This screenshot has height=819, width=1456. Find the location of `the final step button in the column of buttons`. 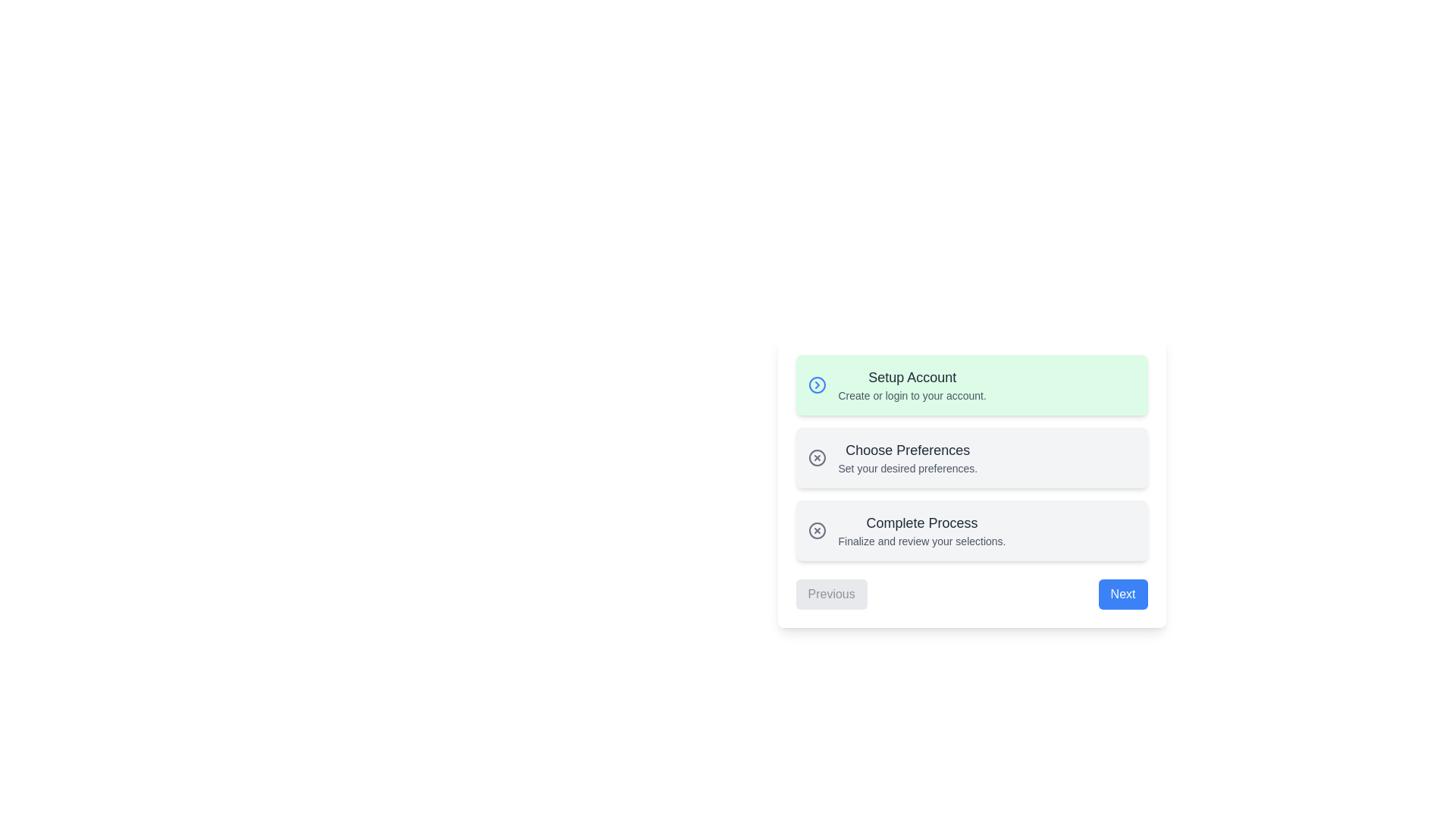

the final step button in the column of buttons is located at coordinates (971, 529).